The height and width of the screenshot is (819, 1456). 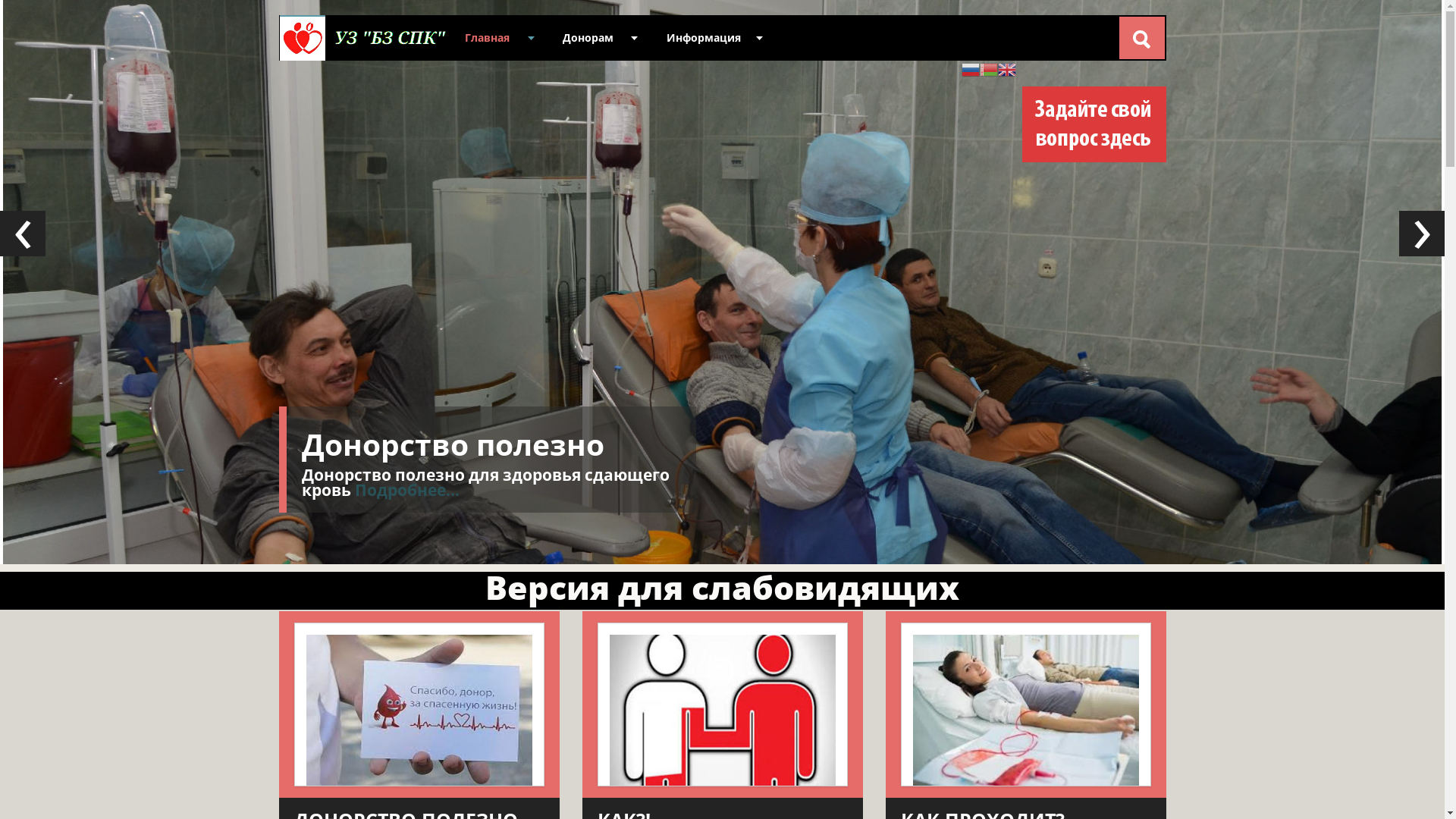 What do you see at coordinates (979, 68) in the screenshot?
I see `'Belarusian'` at bounding box center [979, 68].